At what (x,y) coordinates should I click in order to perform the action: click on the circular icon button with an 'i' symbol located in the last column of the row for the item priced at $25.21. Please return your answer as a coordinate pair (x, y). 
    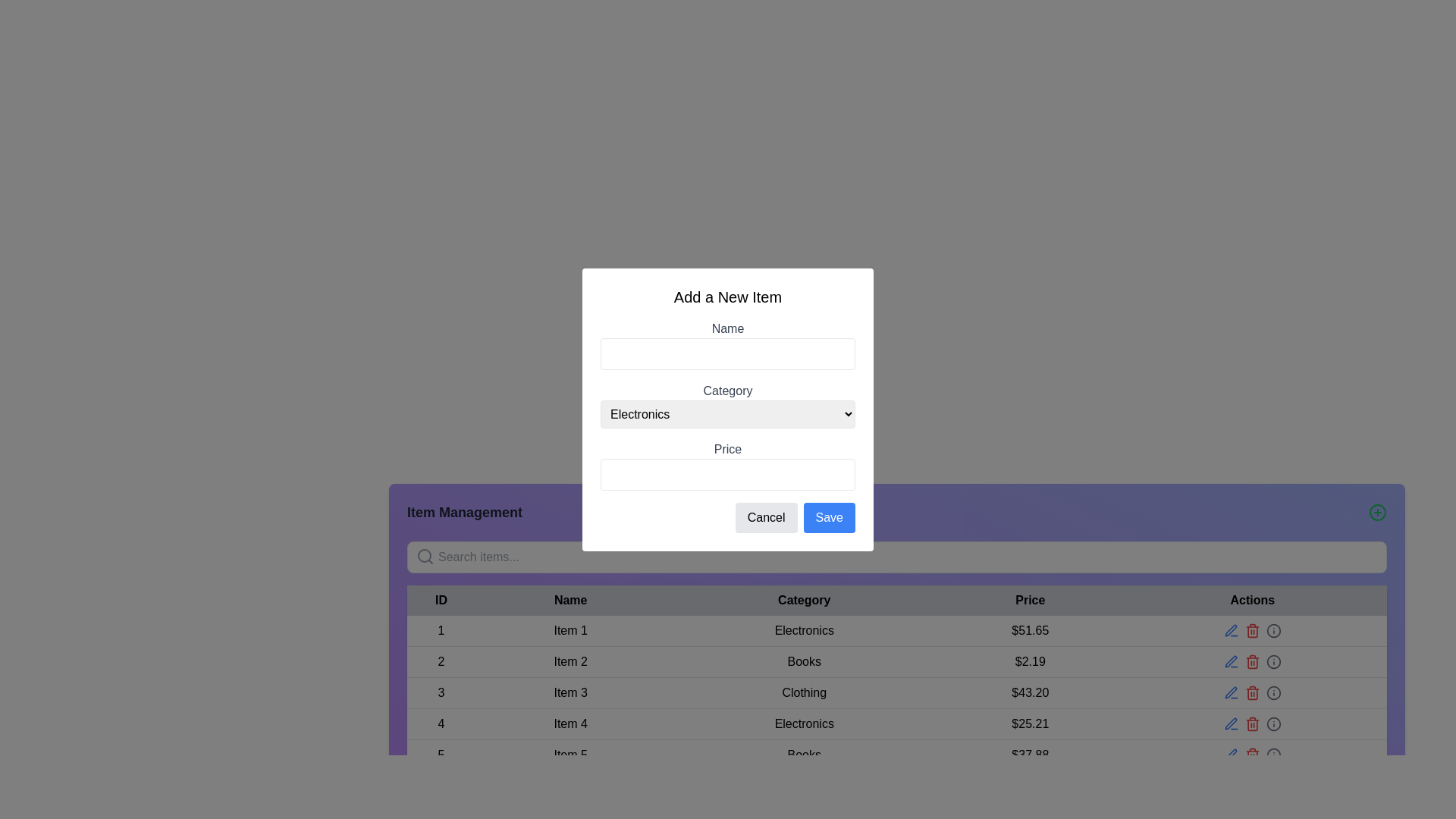
    Looking at the image, I should click on (1273, 631).